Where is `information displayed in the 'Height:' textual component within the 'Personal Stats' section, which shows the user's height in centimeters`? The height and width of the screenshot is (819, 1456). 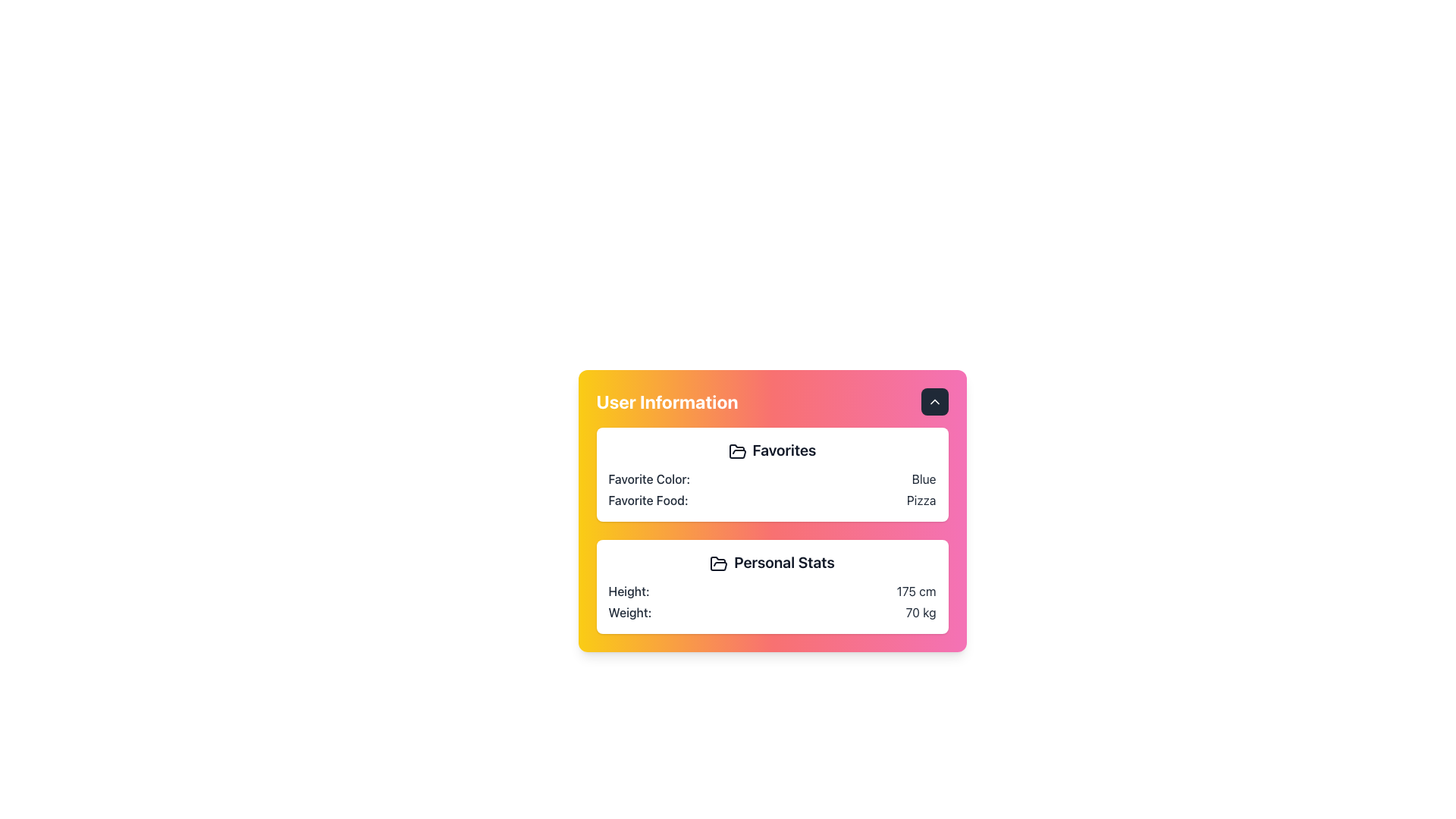
information displayed in the 'Height:' textual component within the 'Personal Stats' section, which shows the user's height in centimeters is located at coordinates (772, 590).